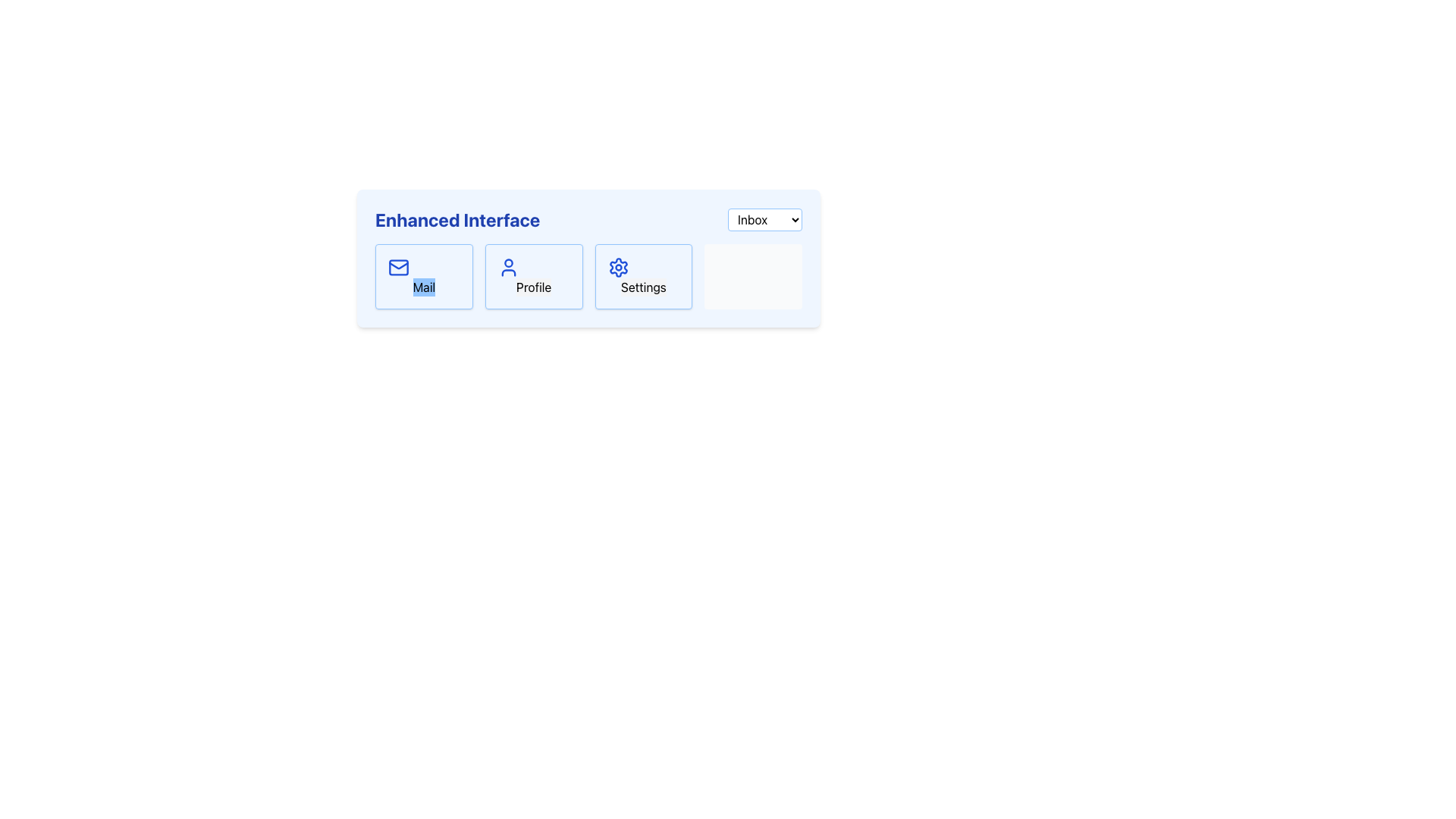  What do you see at coordinates (534, 277) in the screenshot?
I see `the second button in the grid layout` at bounding box center [534, 277].